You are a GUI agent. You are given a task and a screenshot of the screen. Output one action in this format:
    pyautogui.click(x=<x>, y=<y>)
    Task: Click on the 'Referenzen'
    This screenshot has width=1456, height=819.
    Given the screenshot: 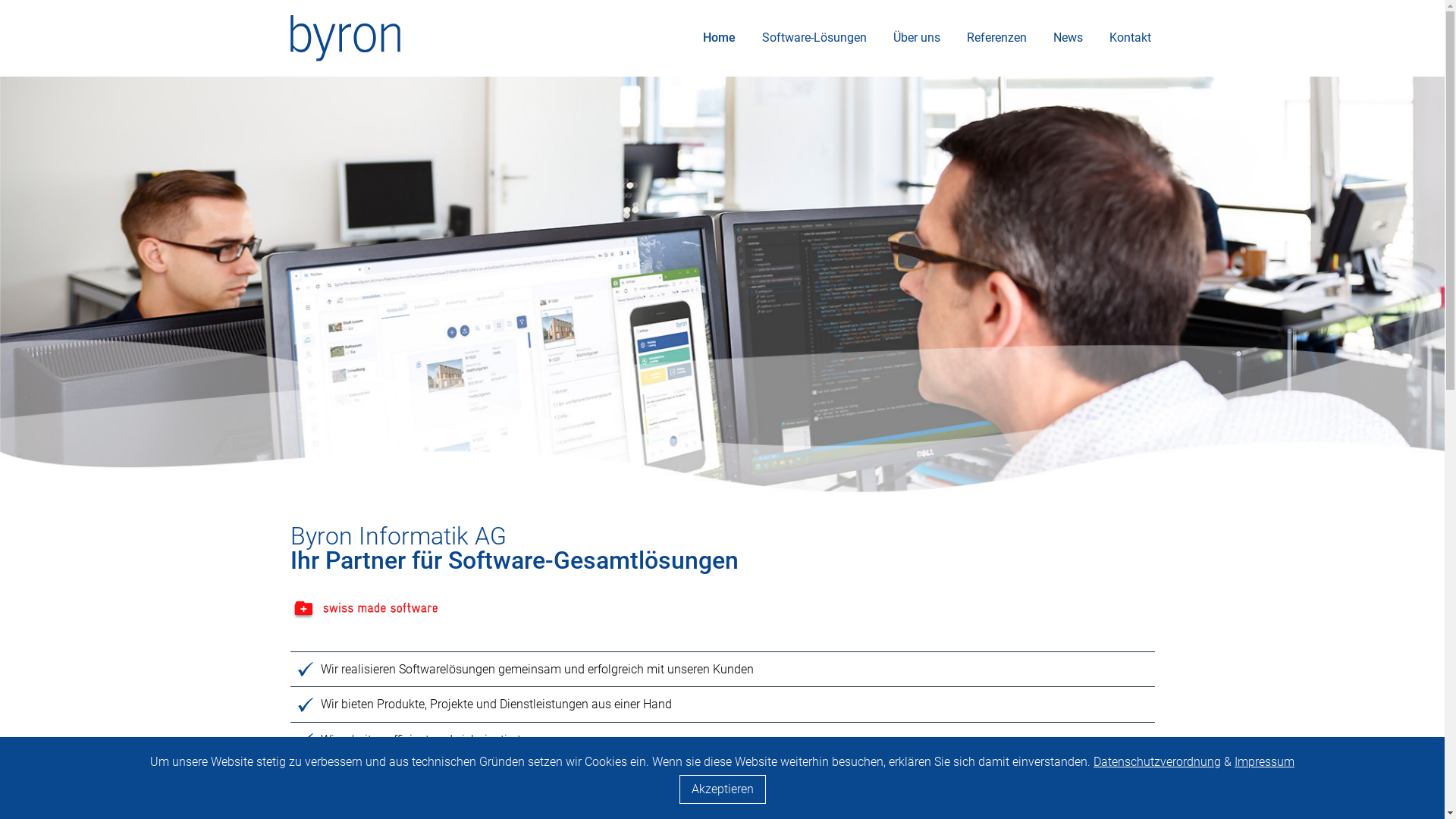 What is the action you would take?
    pyautogui.click(x=996, y=37)
    